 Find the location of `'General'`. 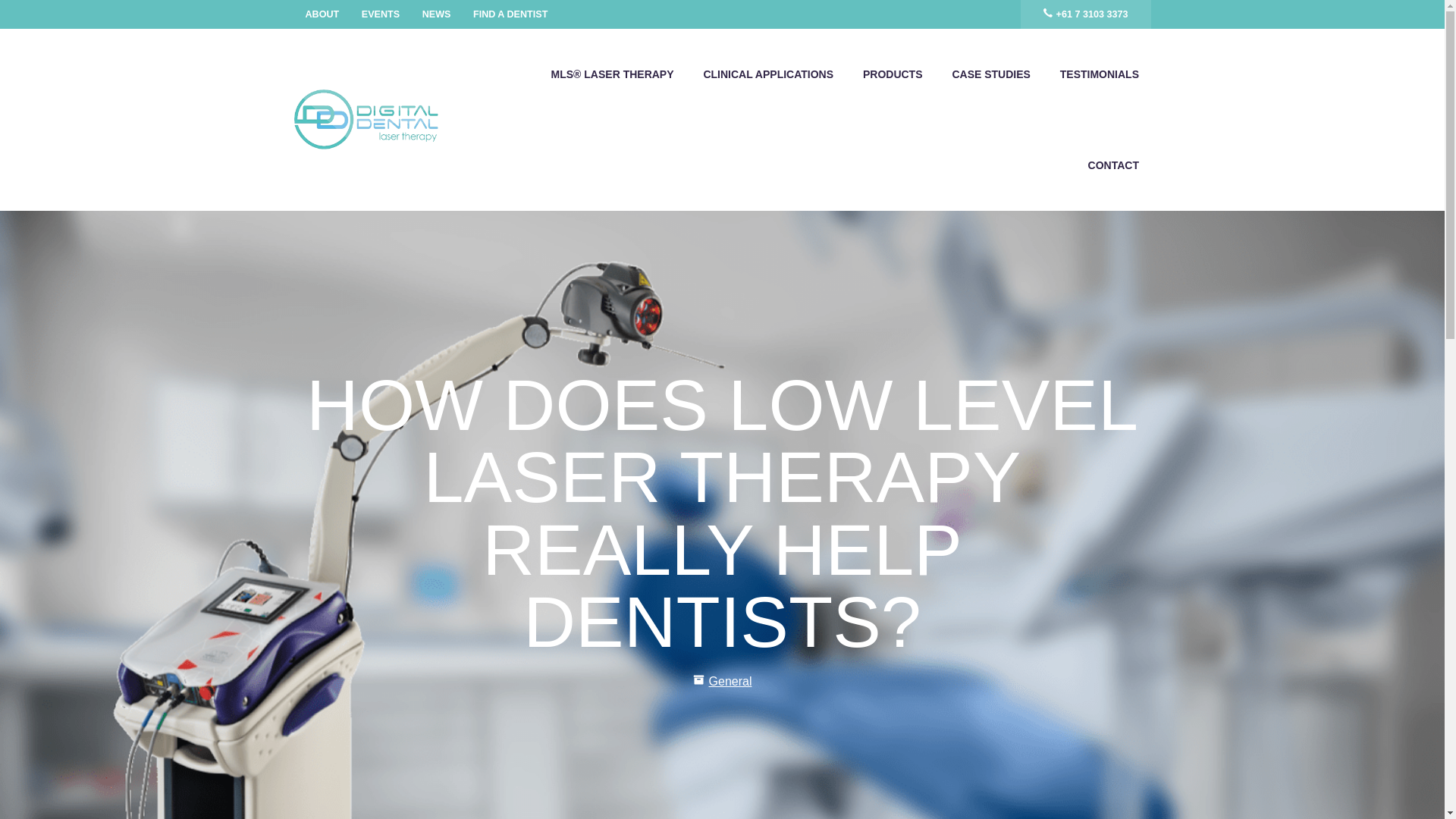

'General' is located at coordinates (730, 680).